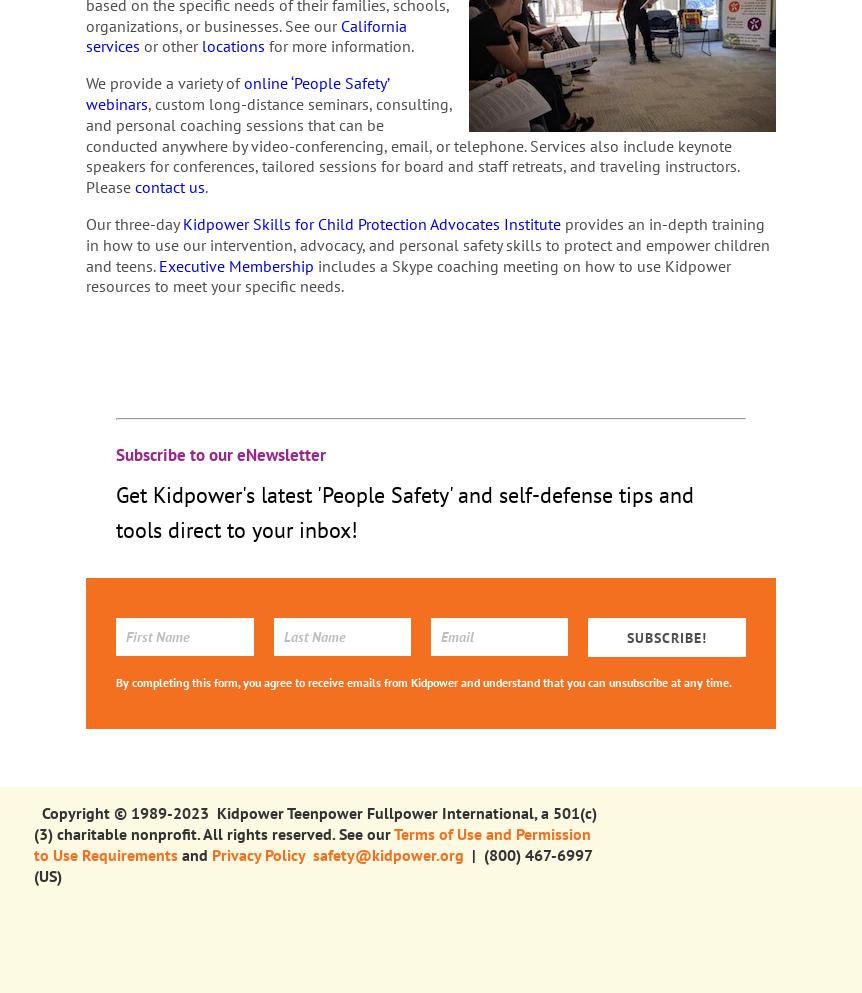  What do you see at coordinates (386, 853) in the screenshot?
I see `'safety@kidpower.org'` at bounding box center [386, 853].